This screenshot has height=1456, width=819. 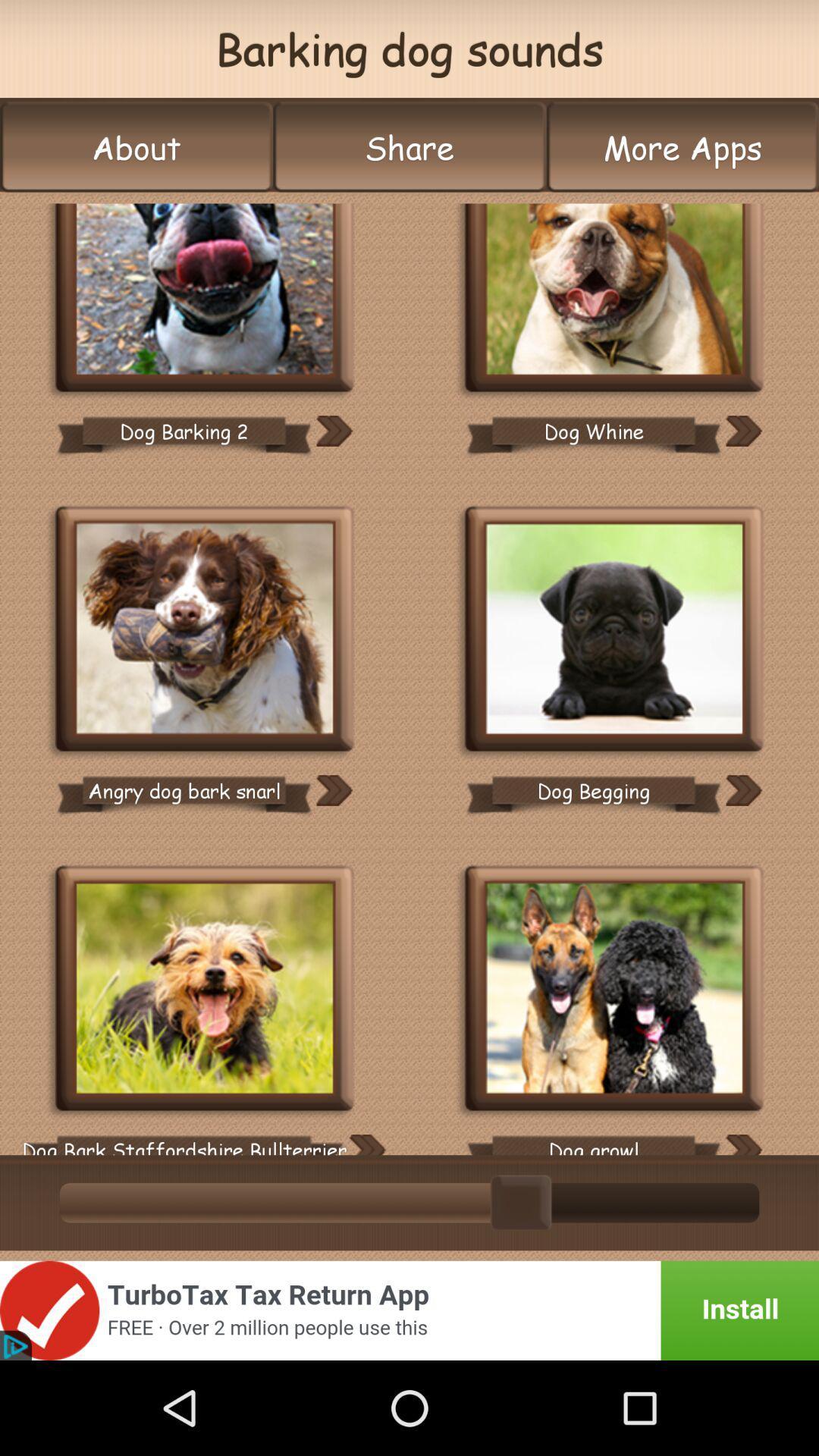 I want to click on the dog growl icon, so click(x=593, y=1139).